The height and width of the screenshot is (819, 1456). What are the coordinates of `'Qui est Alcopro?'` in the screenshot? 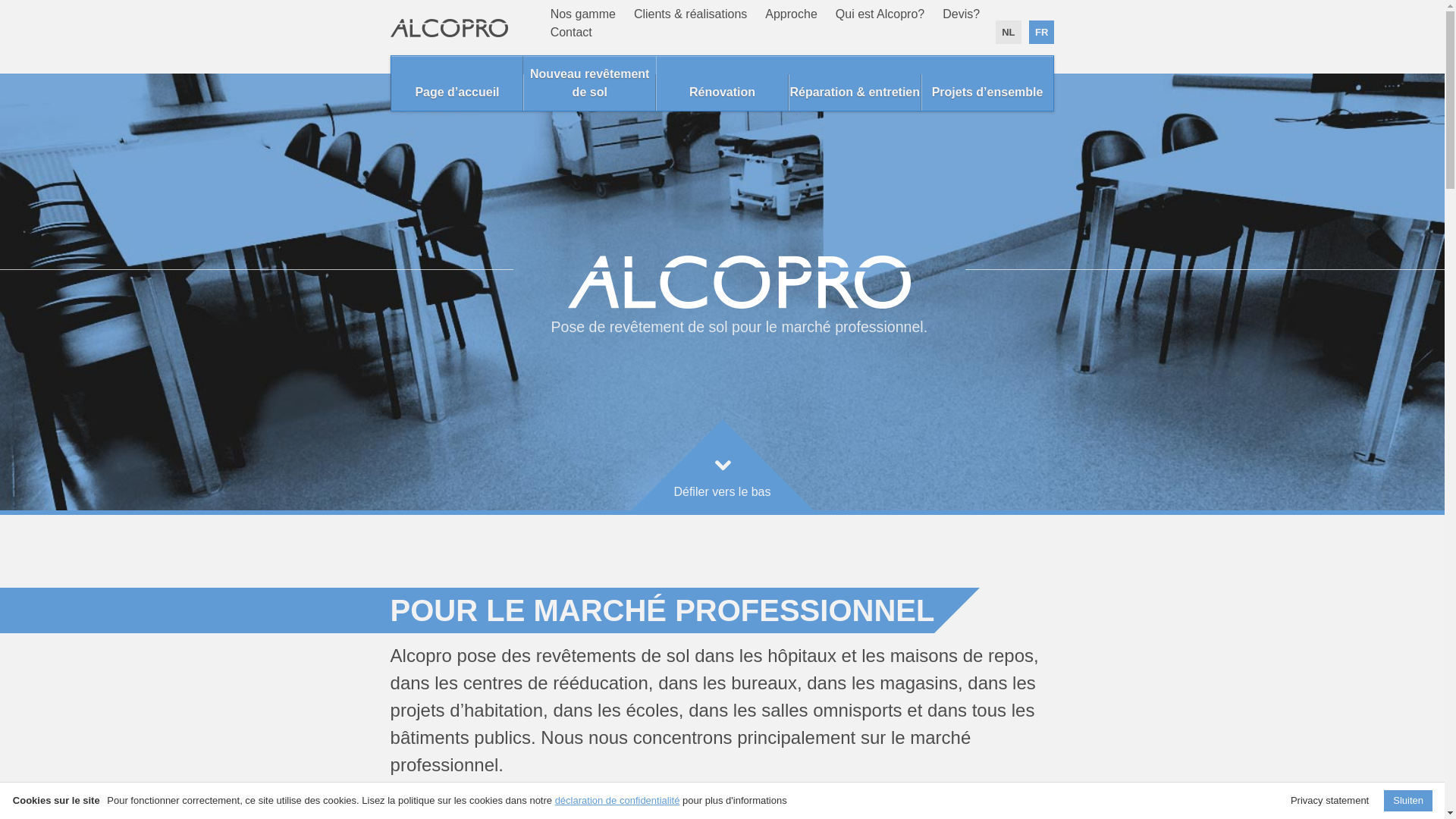 It's located at (880, 14).